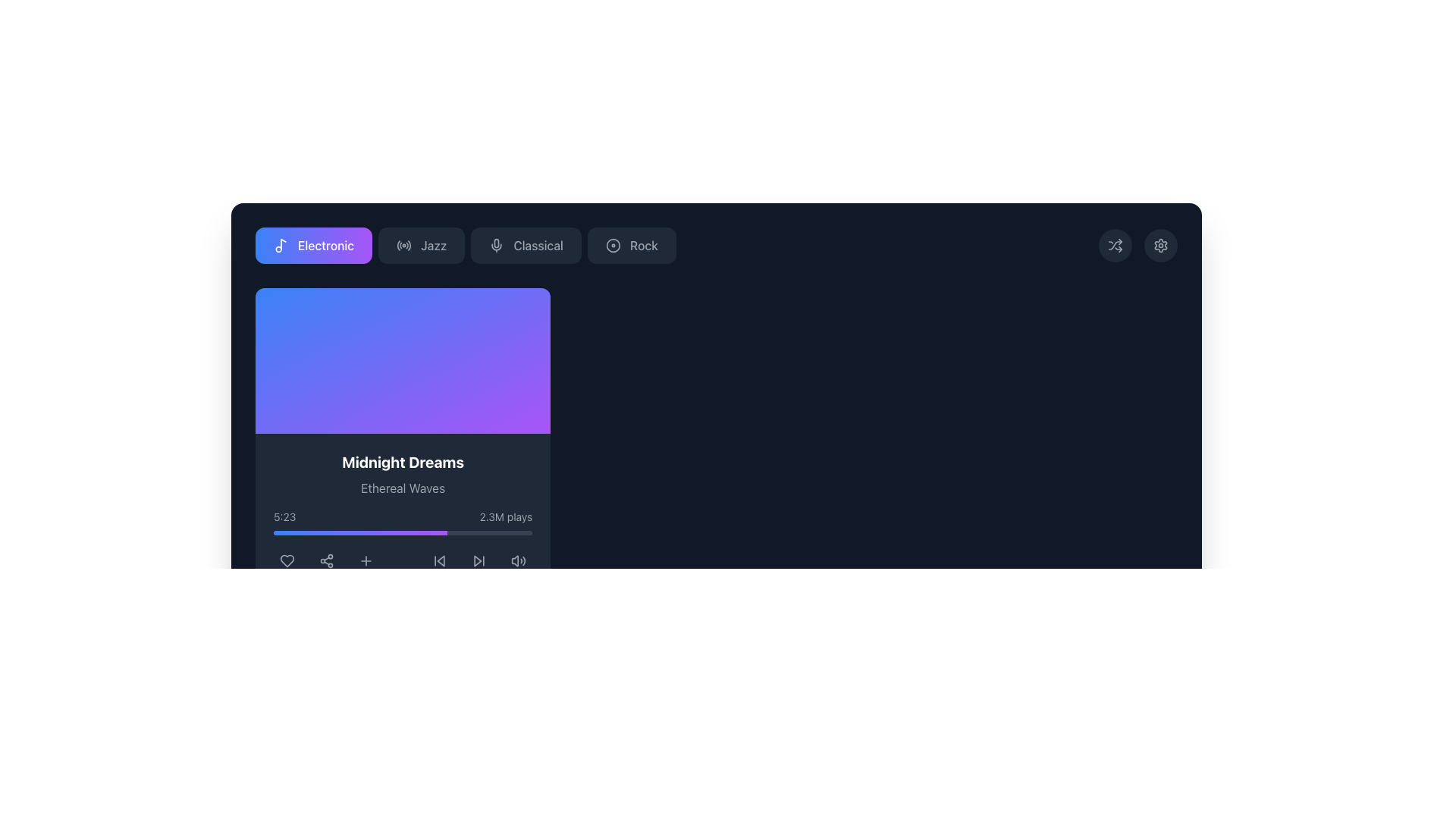  Describe the element at coordinates (281, 245) in the screenshot. I see `the icon representing the 'Electronic' category located inside the button labeled 'Electronic'` at that location.